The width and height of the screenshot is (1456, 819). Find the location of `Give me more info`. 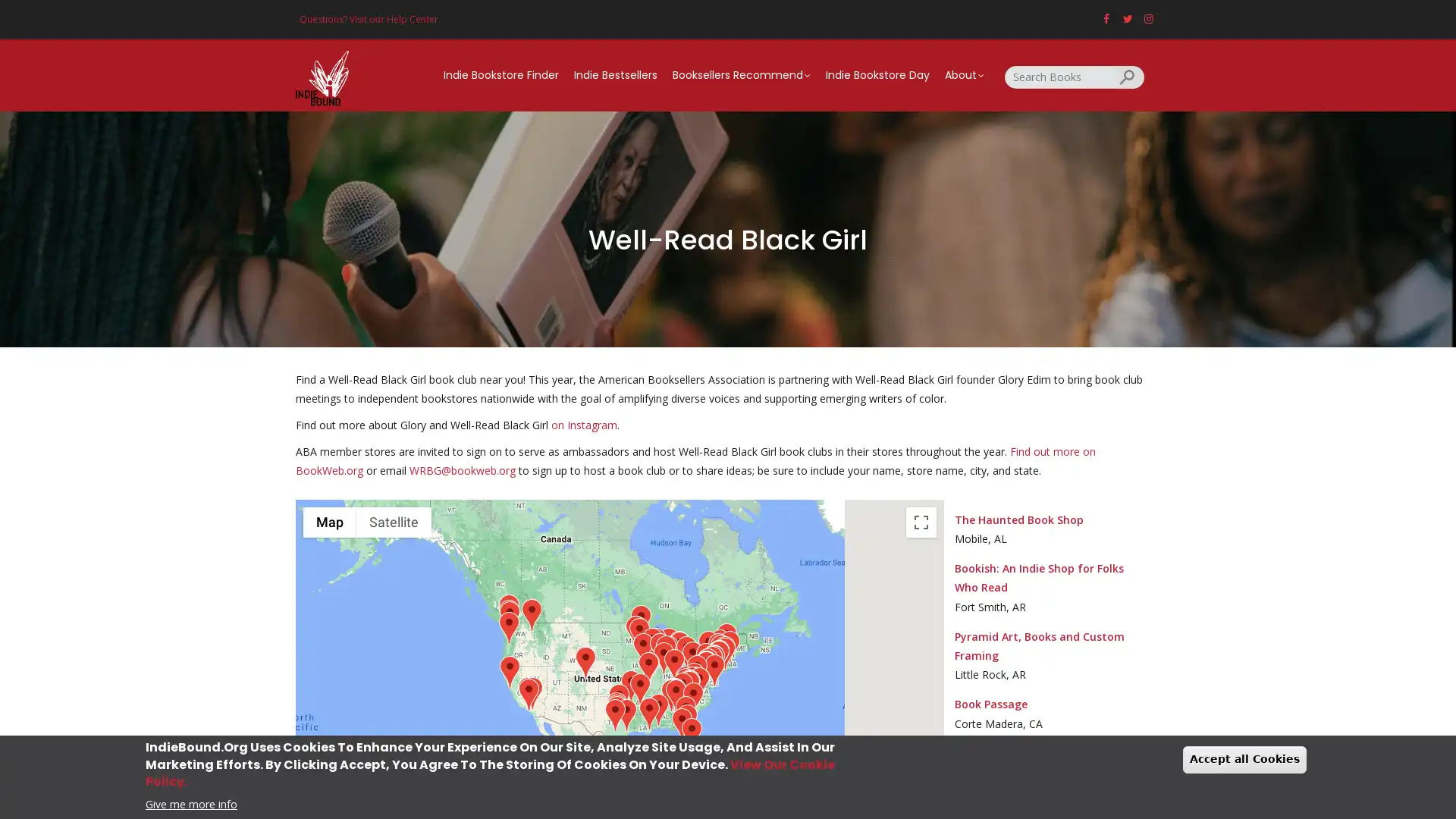

Give me more info is located at coordinates (190, 802).